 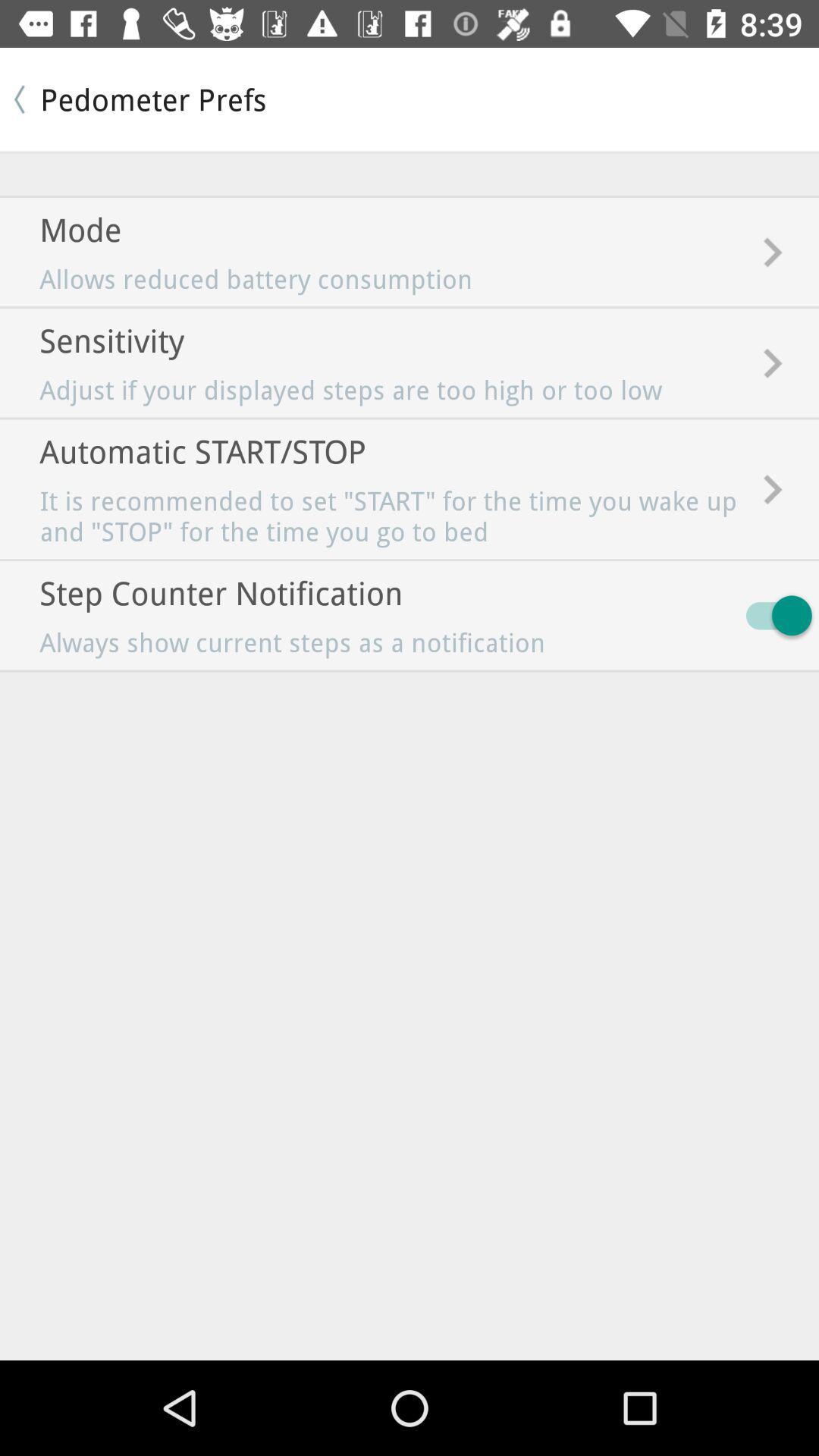 I want to click on notification toggle option, so click(x=771, y=615).